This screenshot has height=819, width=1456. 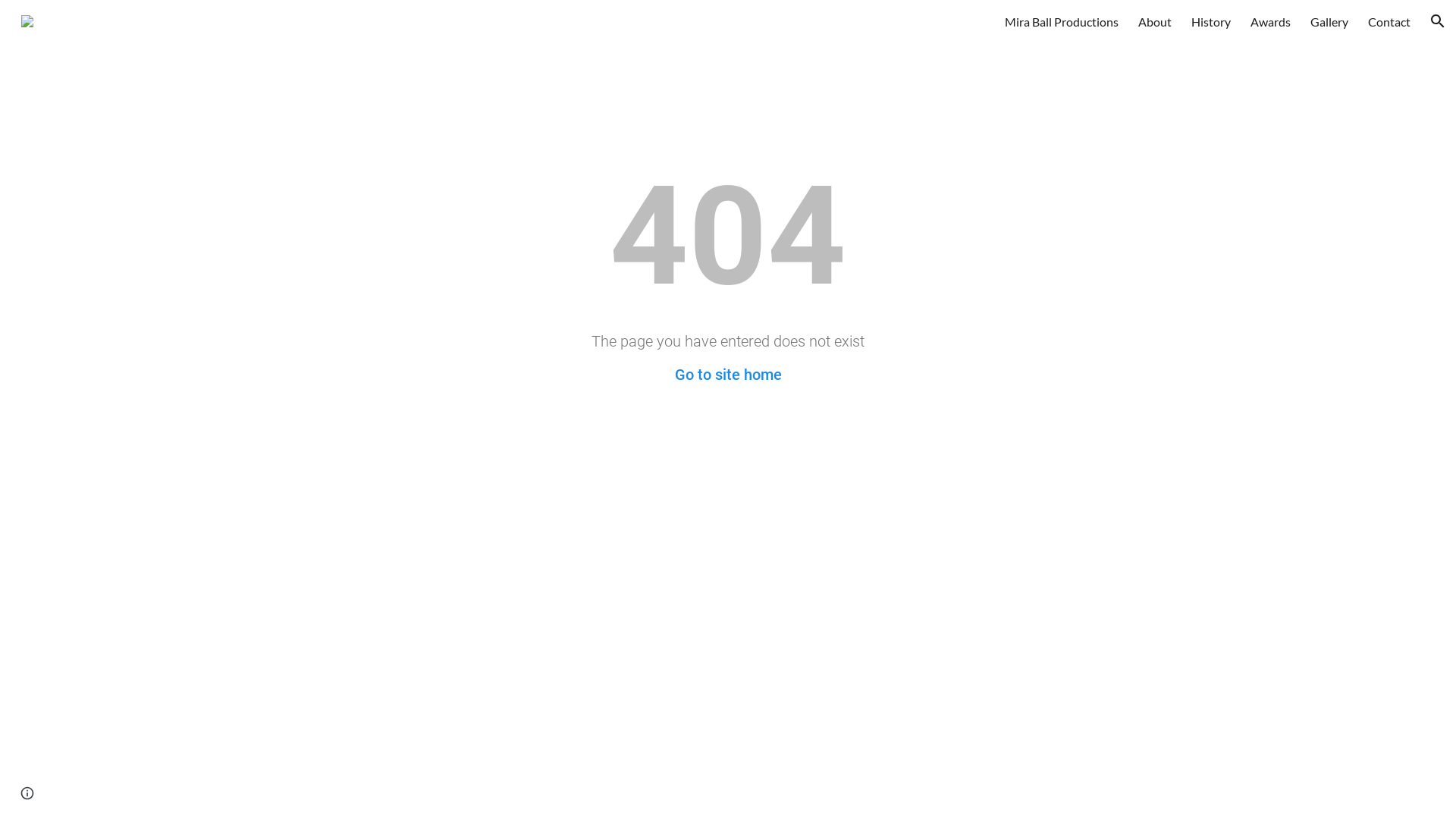 I want to click on 'Go to site home', so click(x=728, y=374).